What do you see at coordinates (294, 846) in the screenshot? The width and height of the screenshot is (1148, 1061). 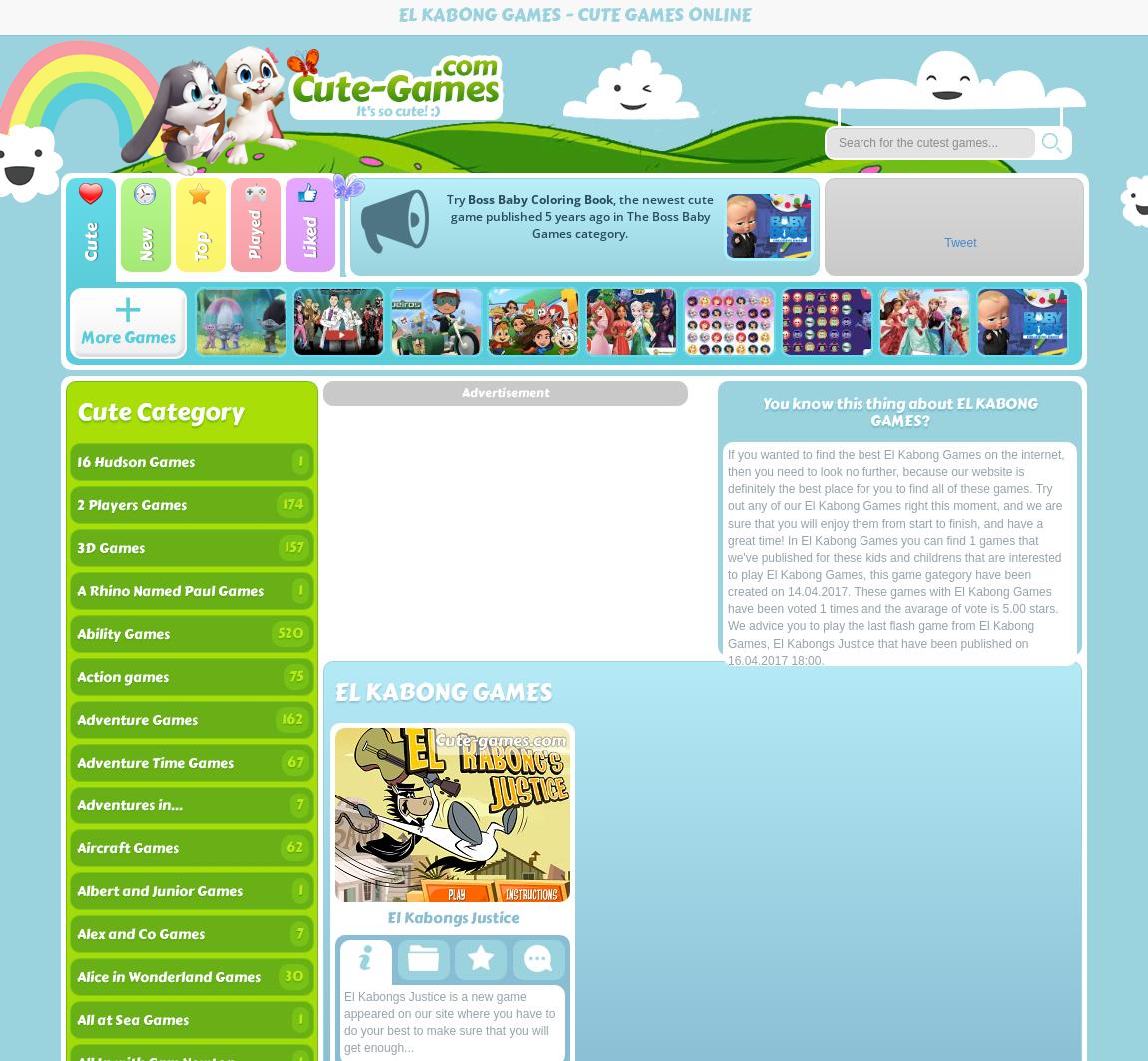 I see `'62'` at bounding box center [294, 846].